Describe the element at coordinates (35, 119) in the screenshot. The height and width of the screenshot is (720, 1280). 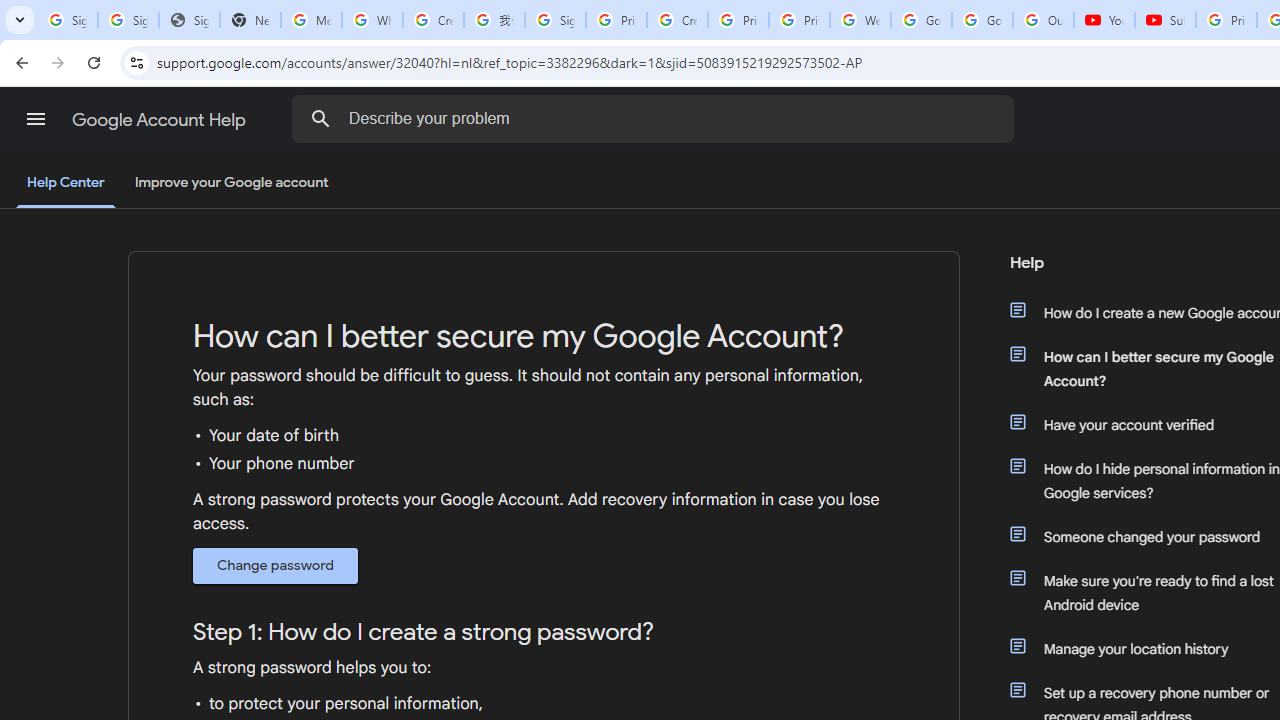
I see `'Main menu'` at that location.